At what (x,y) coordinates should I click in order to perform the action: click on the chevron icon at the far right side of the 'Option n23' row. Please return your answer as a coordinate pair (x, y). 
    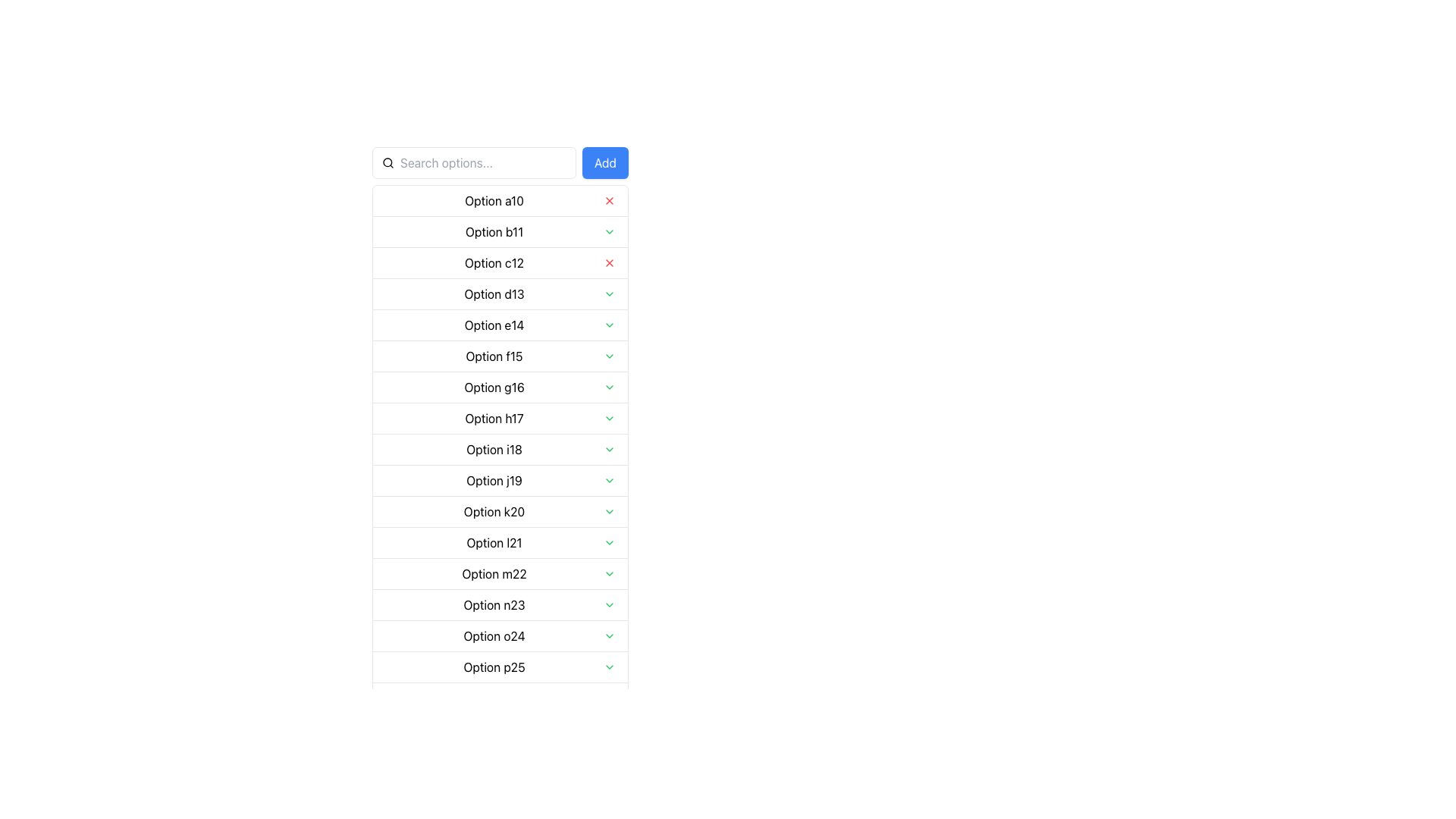
    Looking at the image, I should click on (610, 604).